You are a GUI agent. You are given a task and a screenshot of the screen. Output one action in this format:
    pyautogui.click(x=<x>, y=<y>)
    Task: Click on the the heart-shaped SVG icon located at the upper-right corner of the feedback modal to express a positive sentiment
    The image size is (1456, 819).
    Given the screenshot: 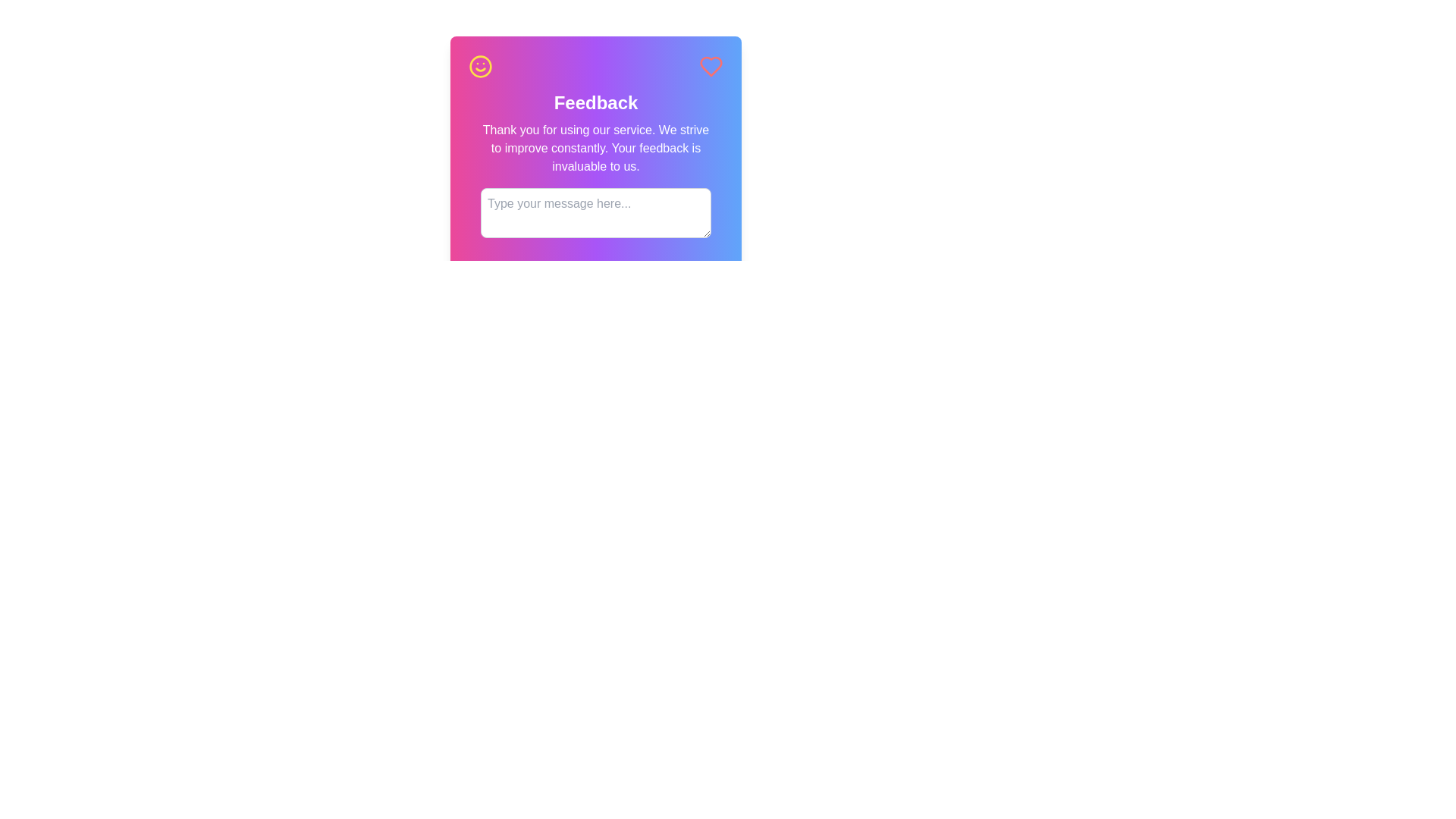 What is the action you would take?
    pyautogui.click(x=710, y=66)
    